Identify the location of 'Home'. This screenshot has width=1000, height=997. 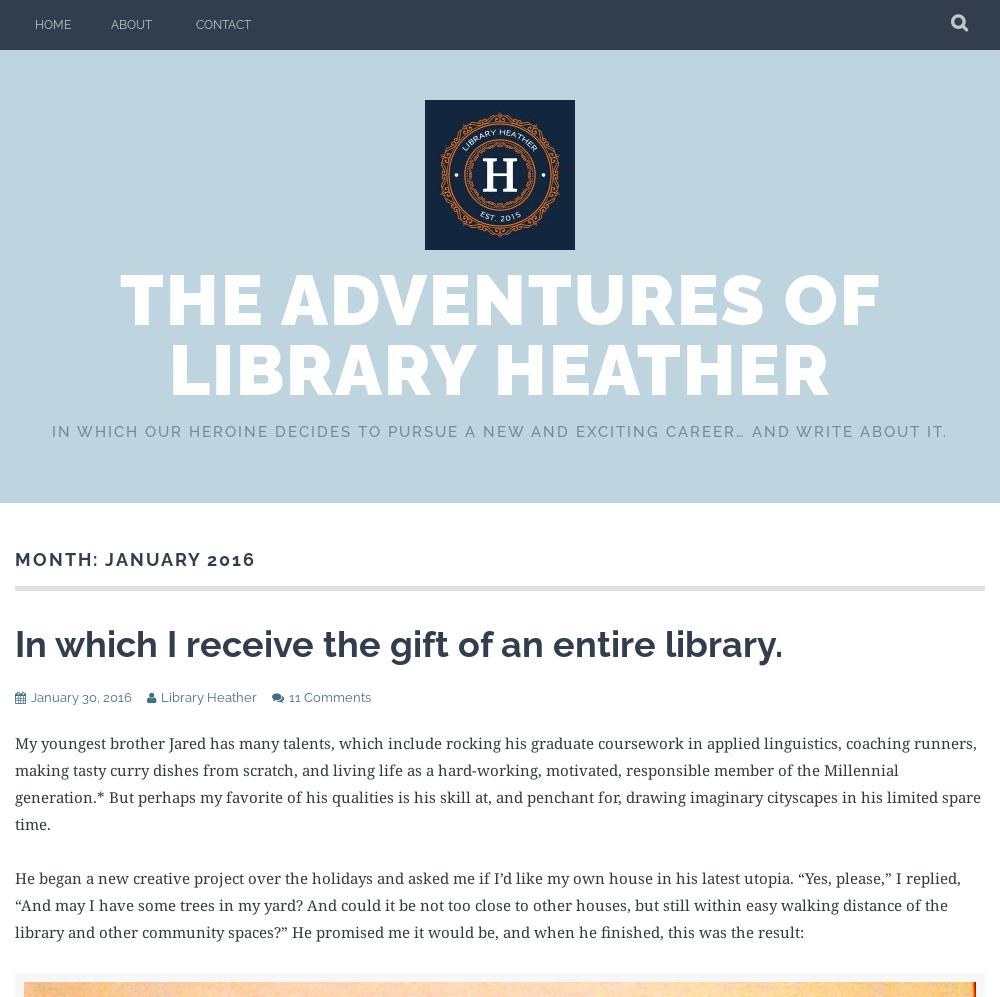
(53, 25).